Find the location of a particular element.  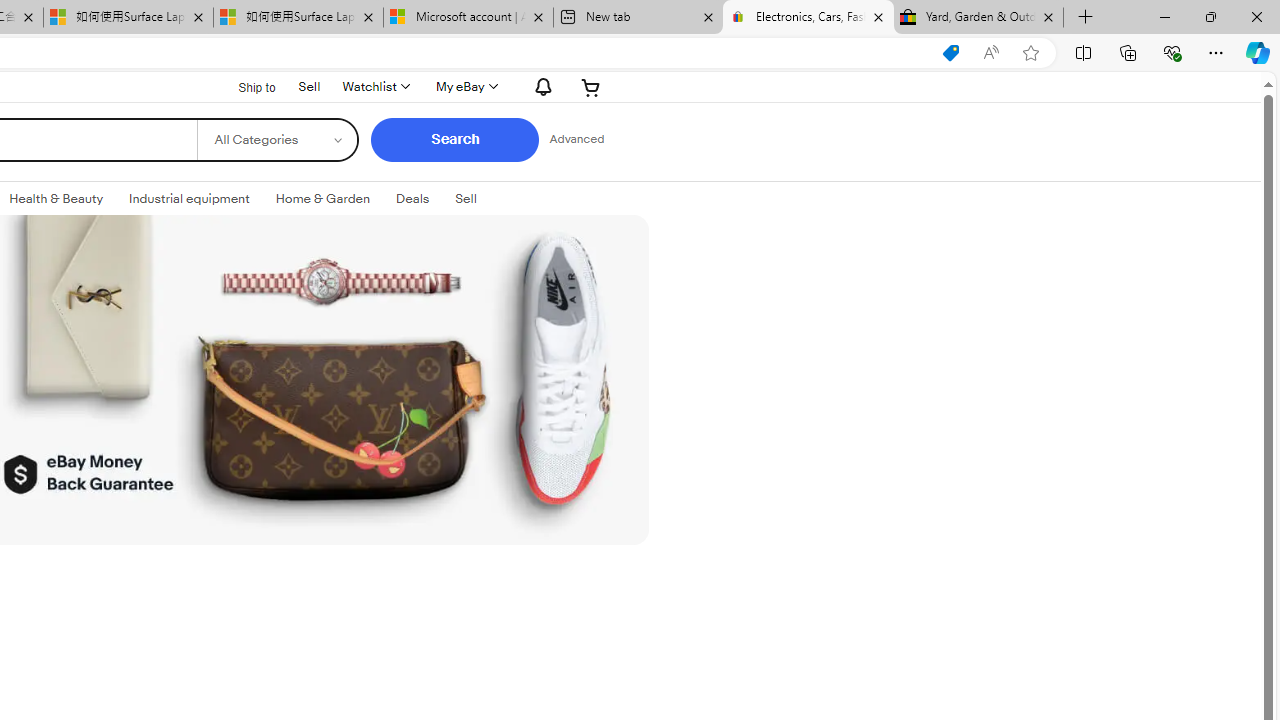

'Select a category for search' is located at coordinates (276, 139).